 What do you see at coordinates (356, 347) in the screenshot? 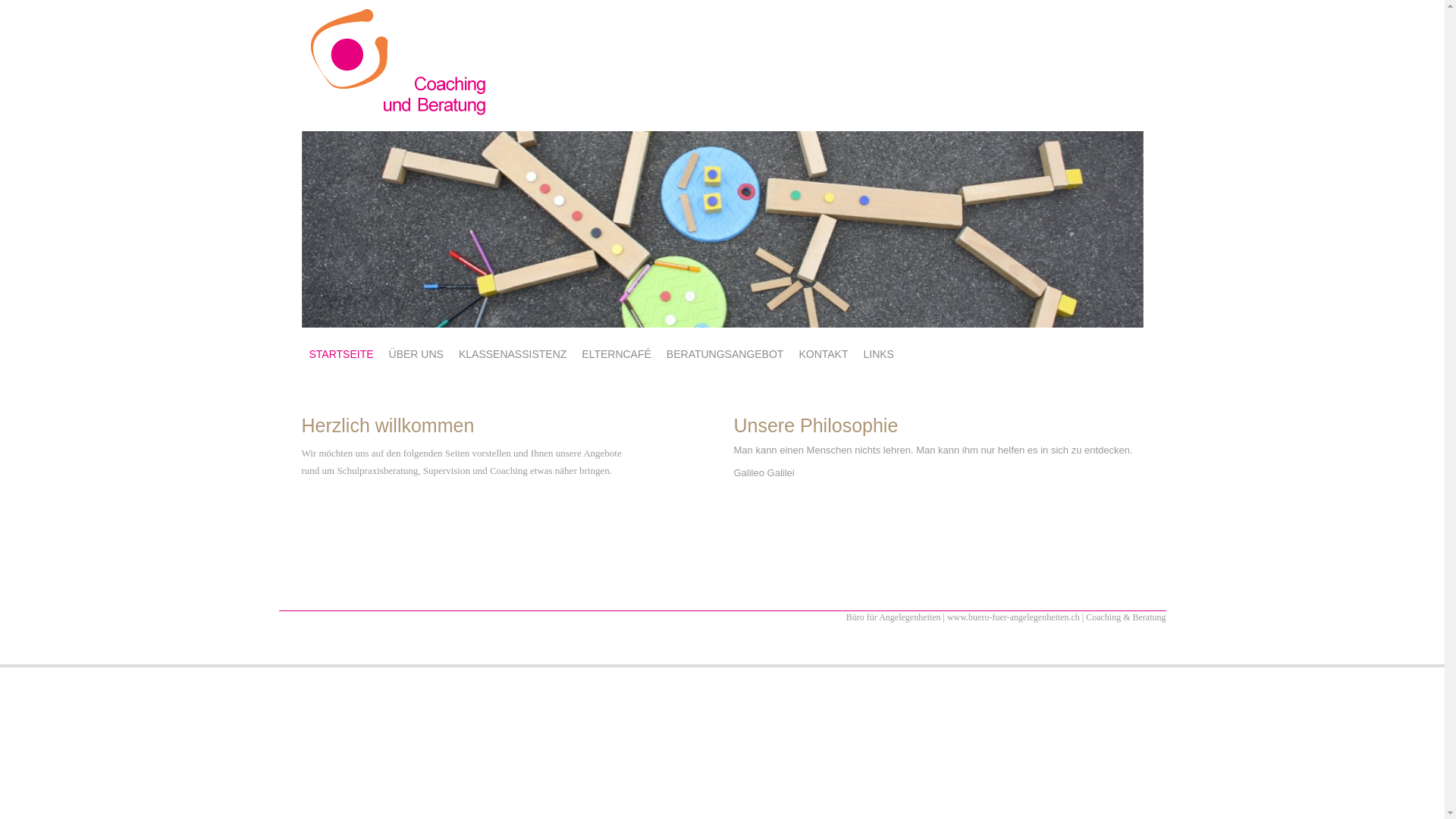
I see `'SKIP TO CONTENT'` at bounding box center [356, 347].